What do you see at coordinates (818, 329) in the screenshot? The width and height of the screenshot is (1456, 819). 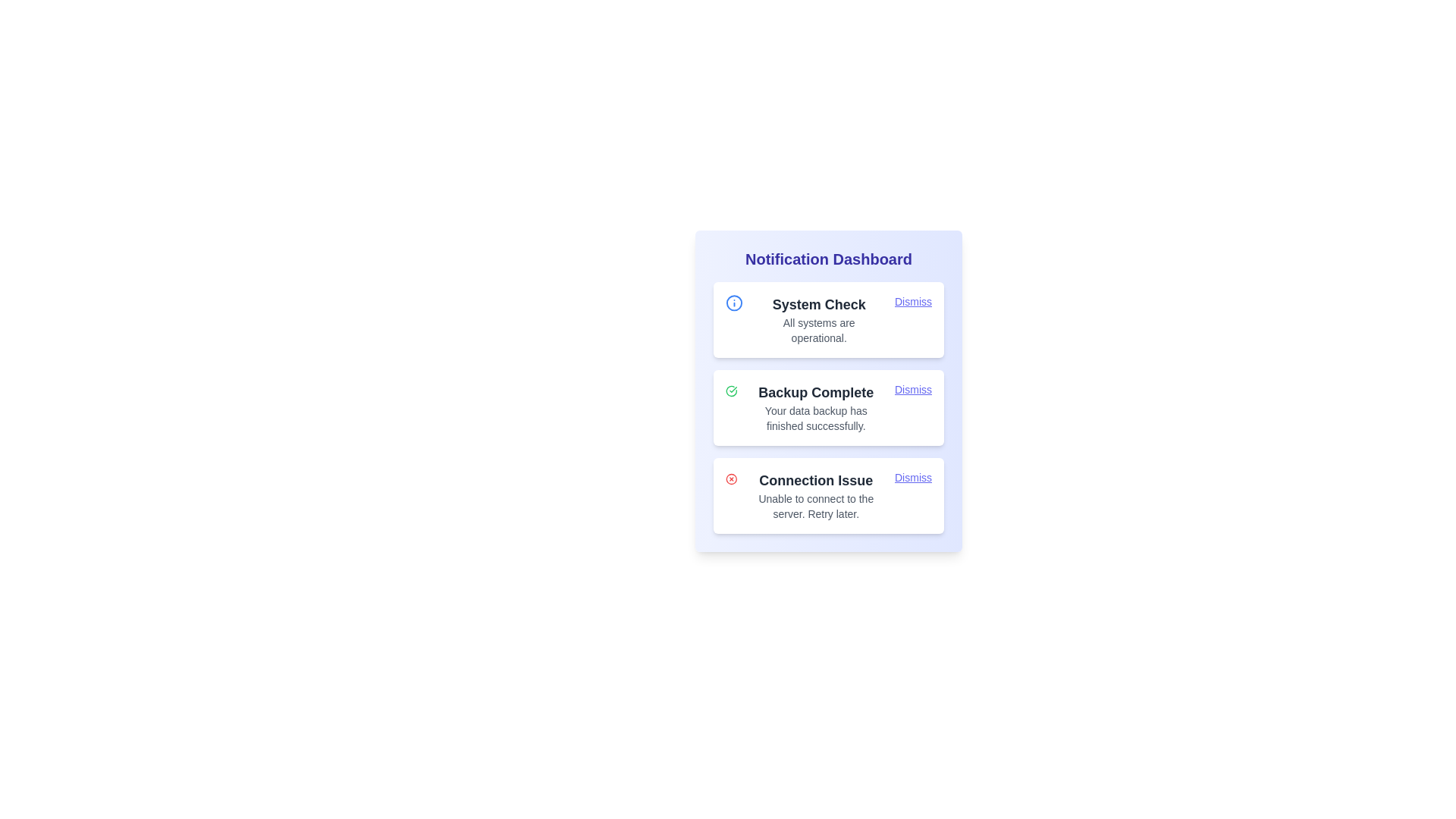 I see `static text label that says 'All systems are operational.' located in the 'System Check' notification card, positioned at the center bottom of the card` at bounding box center [818, 329].